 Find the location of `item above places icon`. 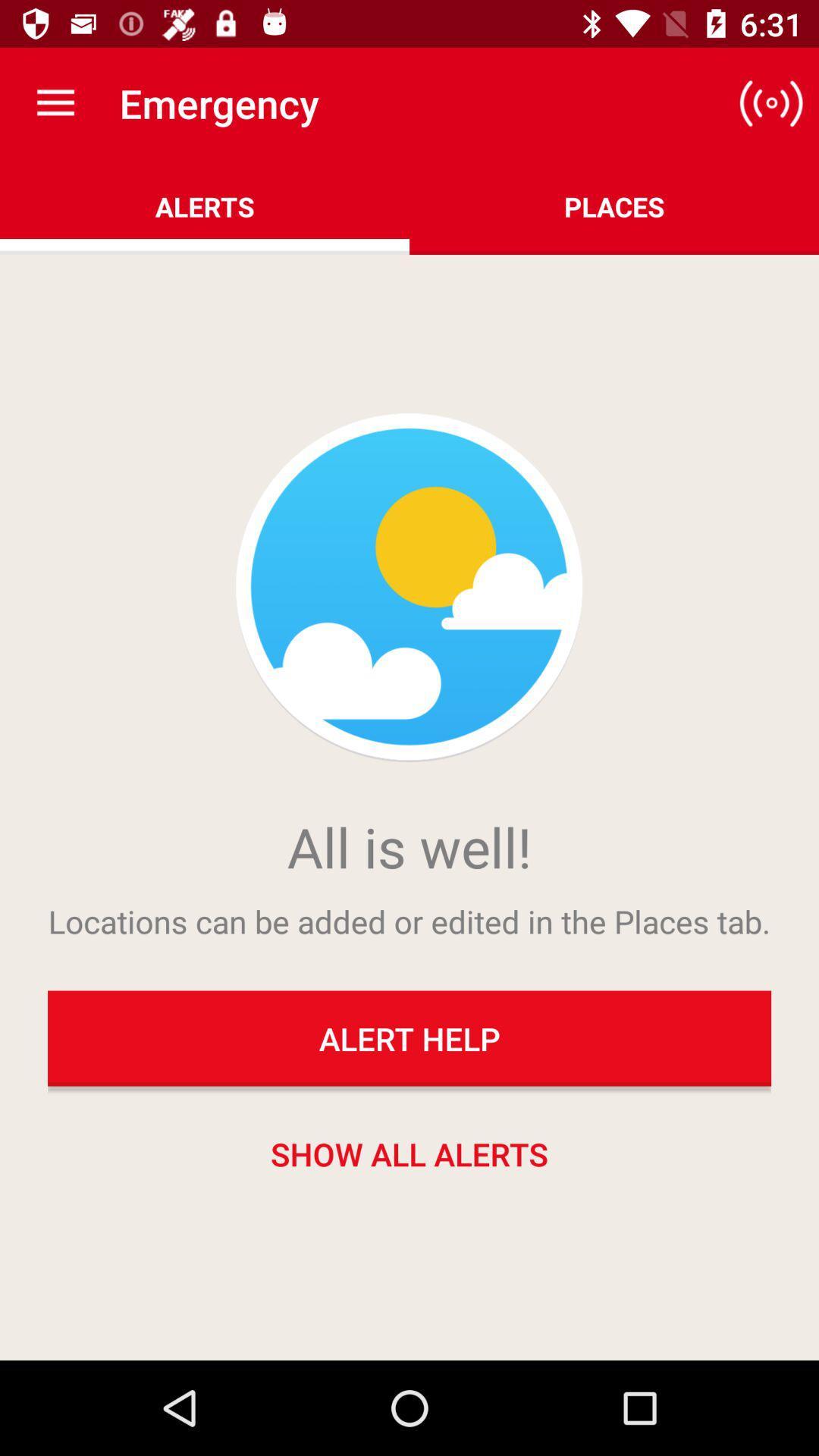

item above places icon is located at coordinates (771, 102).